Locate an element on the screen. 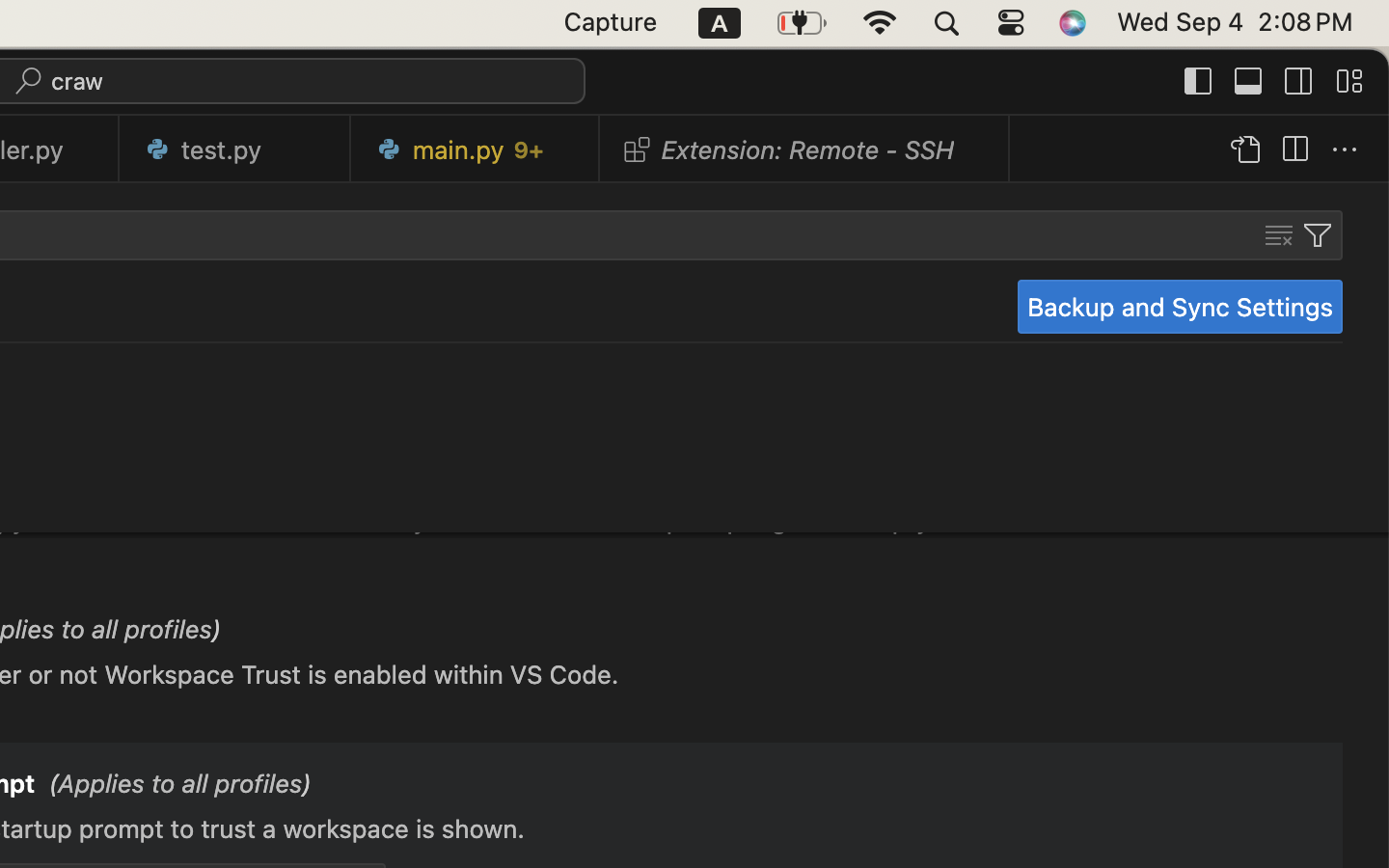  '0 main.py   9+' is located at coordinates (475, 149).